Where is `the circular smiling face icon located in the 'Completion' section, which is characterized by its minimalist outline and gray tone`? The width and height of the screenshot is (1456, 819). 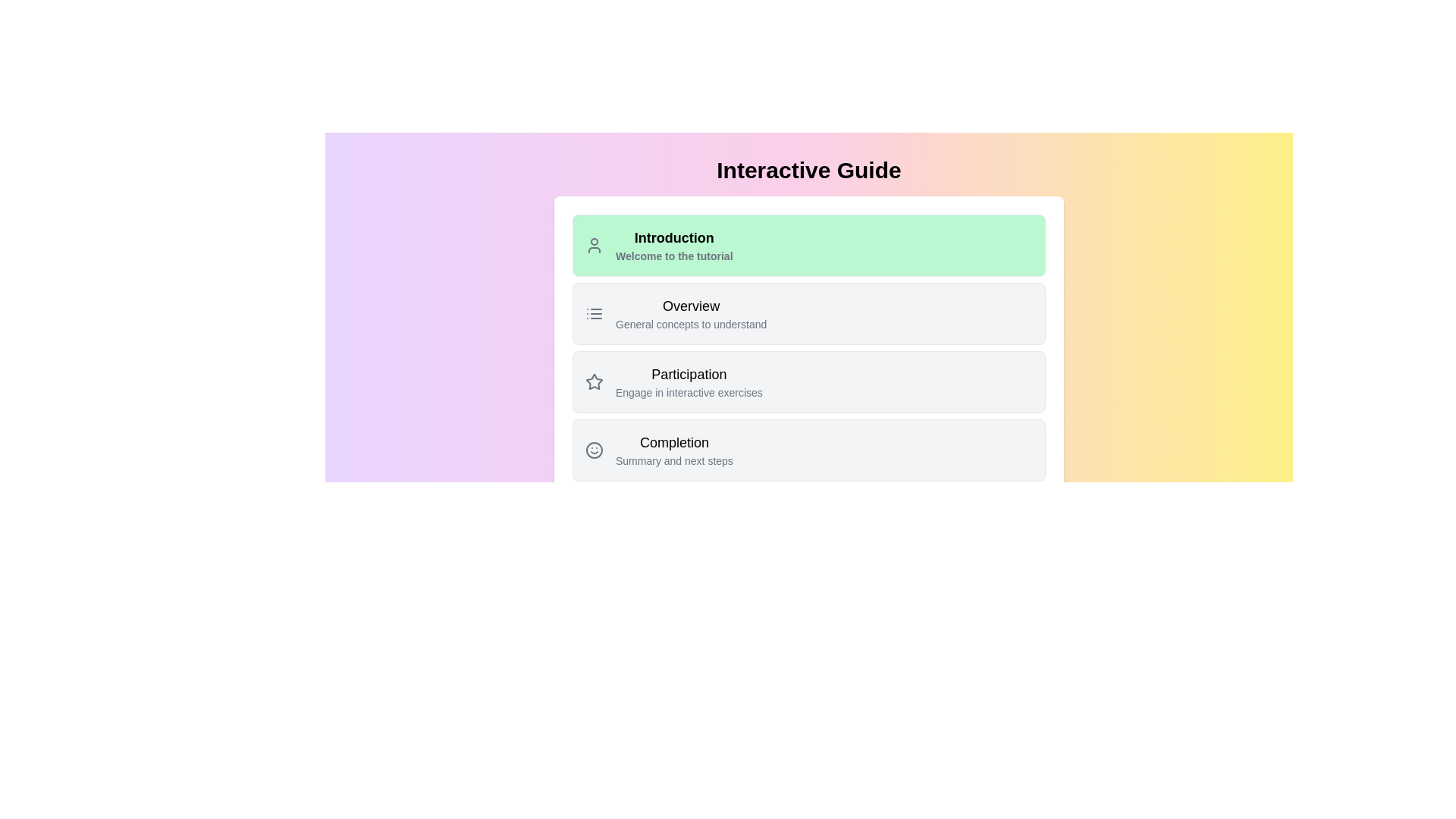
the circular smiling face icon located in the 'Completion' section, which is characterized by its minimalist outline and gray tone is located at coordinates (593, 450).